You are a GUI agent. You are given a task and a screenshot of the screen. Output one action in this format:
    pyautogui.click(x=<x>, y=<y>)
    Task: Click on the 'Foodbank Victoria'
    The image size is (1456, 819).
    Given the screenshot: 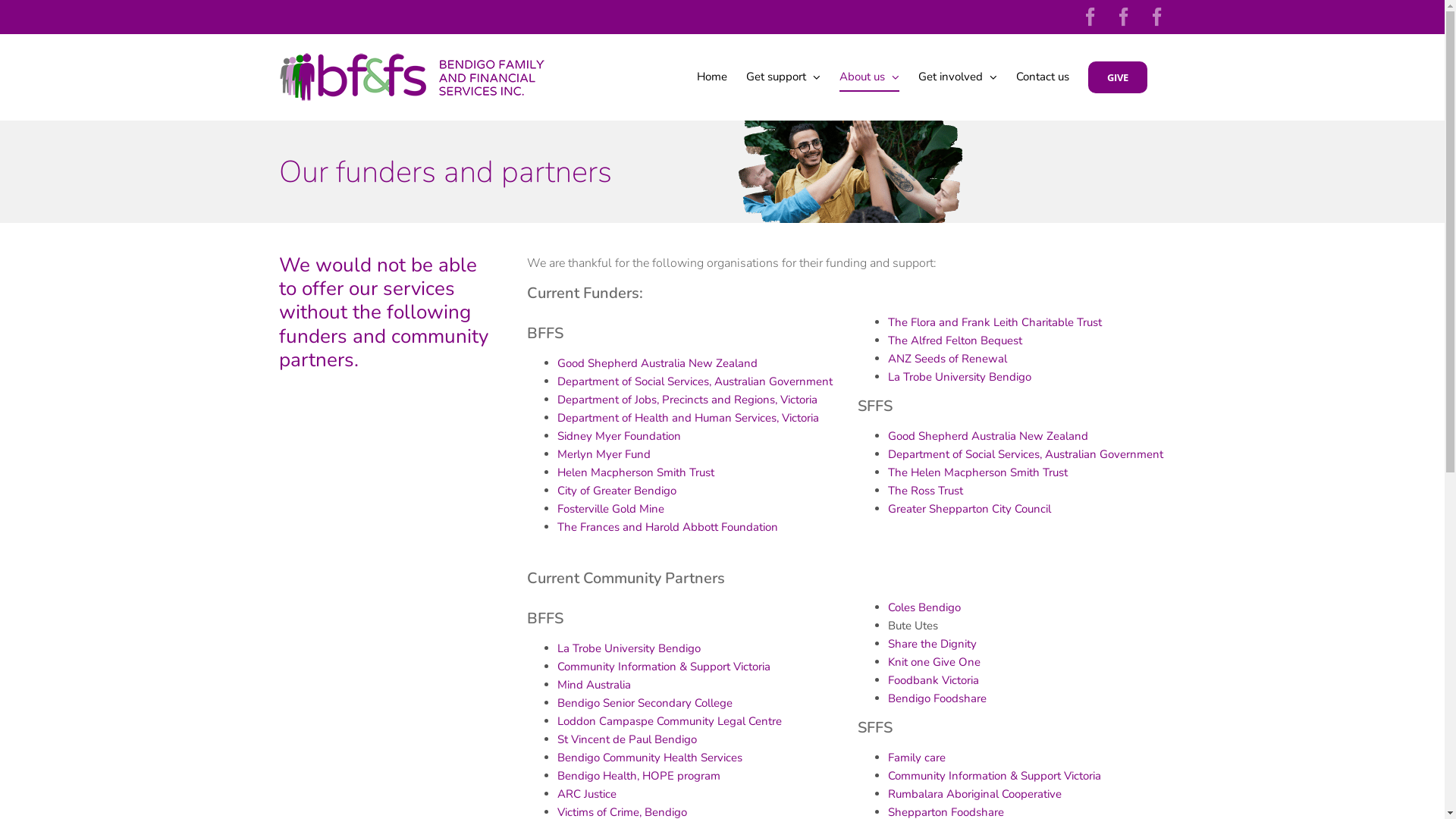 What is the action you would take?
    pyautogui.click(x=932, y=679)
    